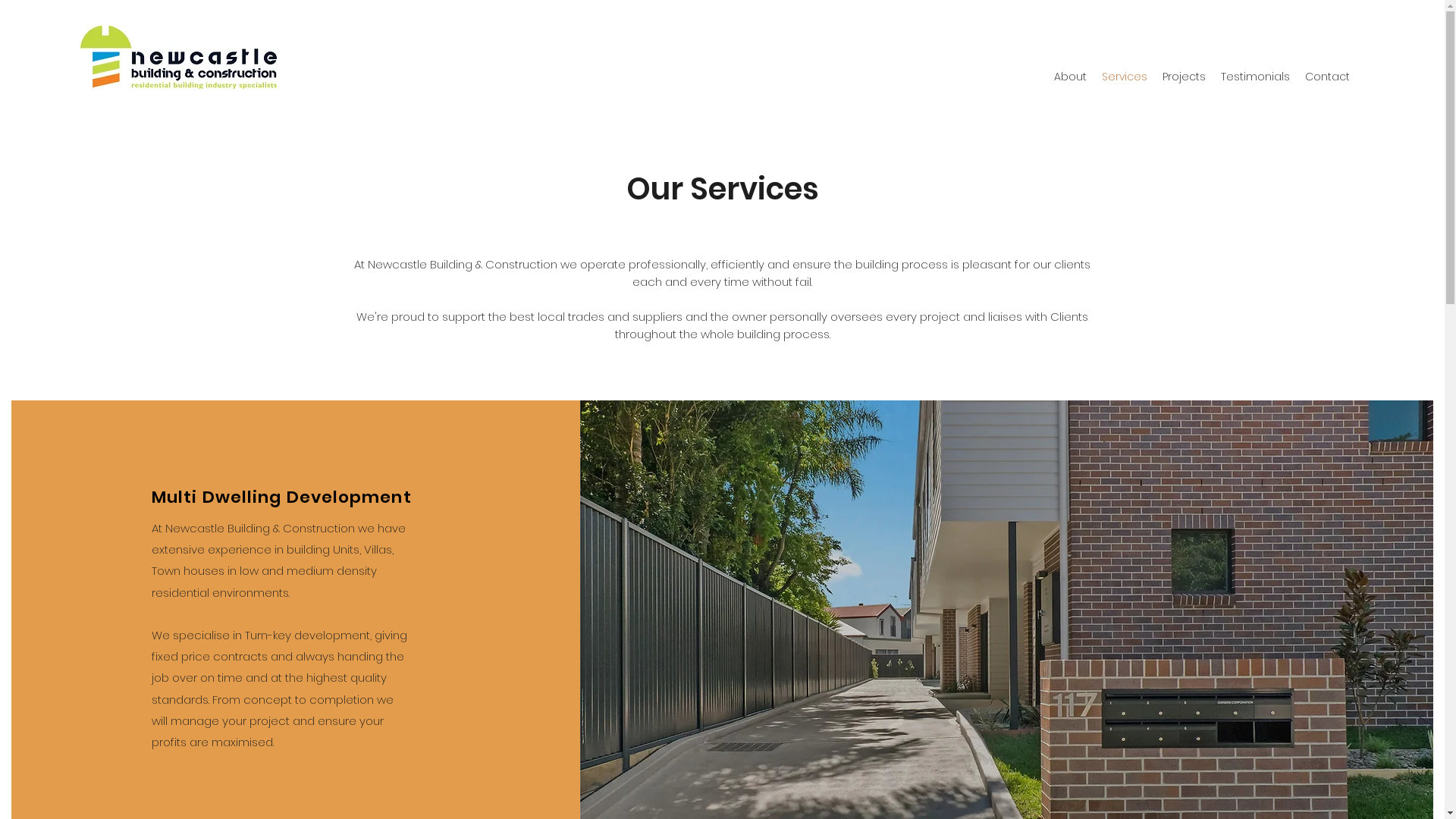 The width and height of the screenshot is (1456, 819). I want to click on 'About', so click(1069, 77).